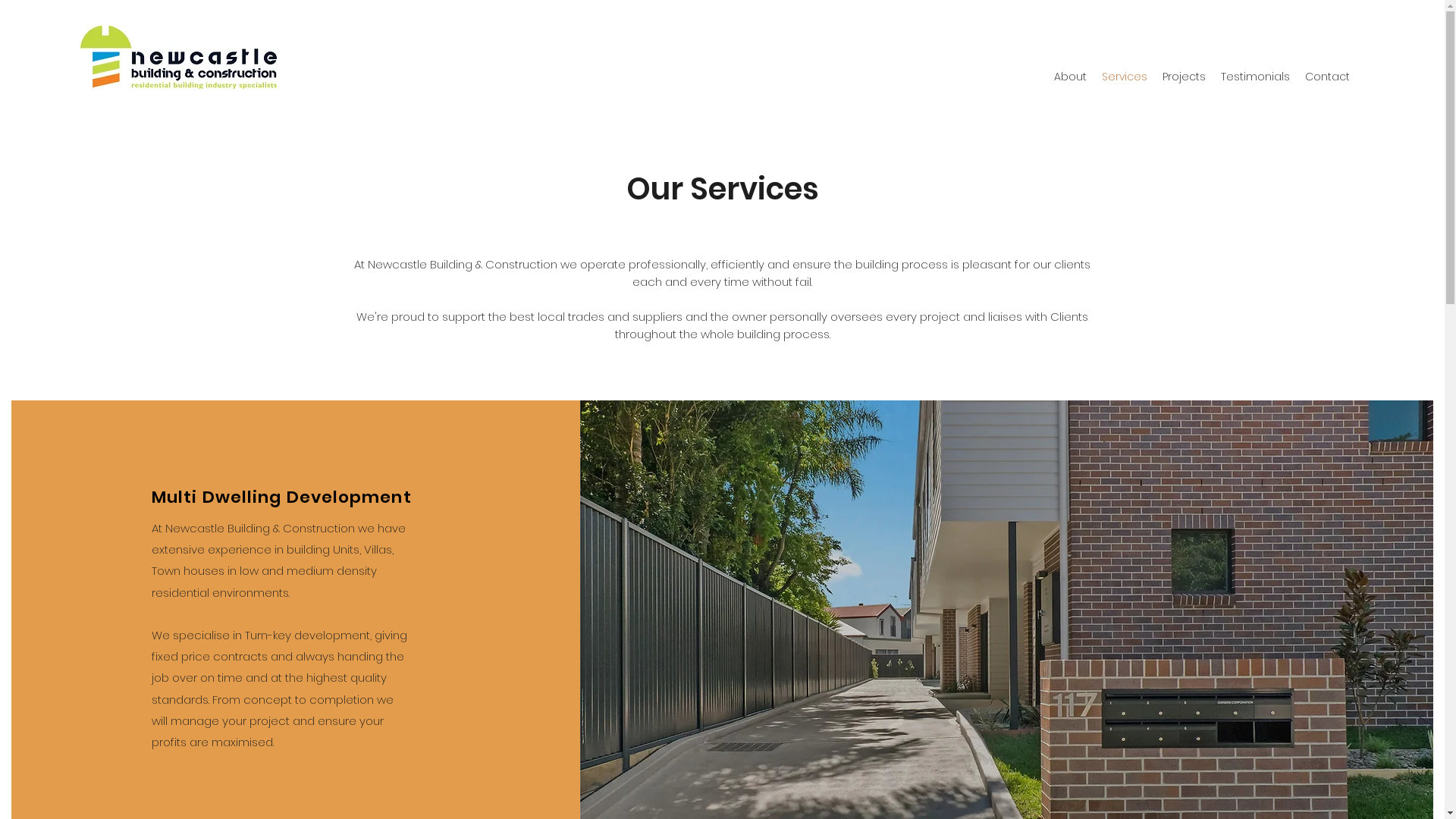 The width and height of the screenshot is (1456, 819). I want to click on 'About', so click(1069, 77).